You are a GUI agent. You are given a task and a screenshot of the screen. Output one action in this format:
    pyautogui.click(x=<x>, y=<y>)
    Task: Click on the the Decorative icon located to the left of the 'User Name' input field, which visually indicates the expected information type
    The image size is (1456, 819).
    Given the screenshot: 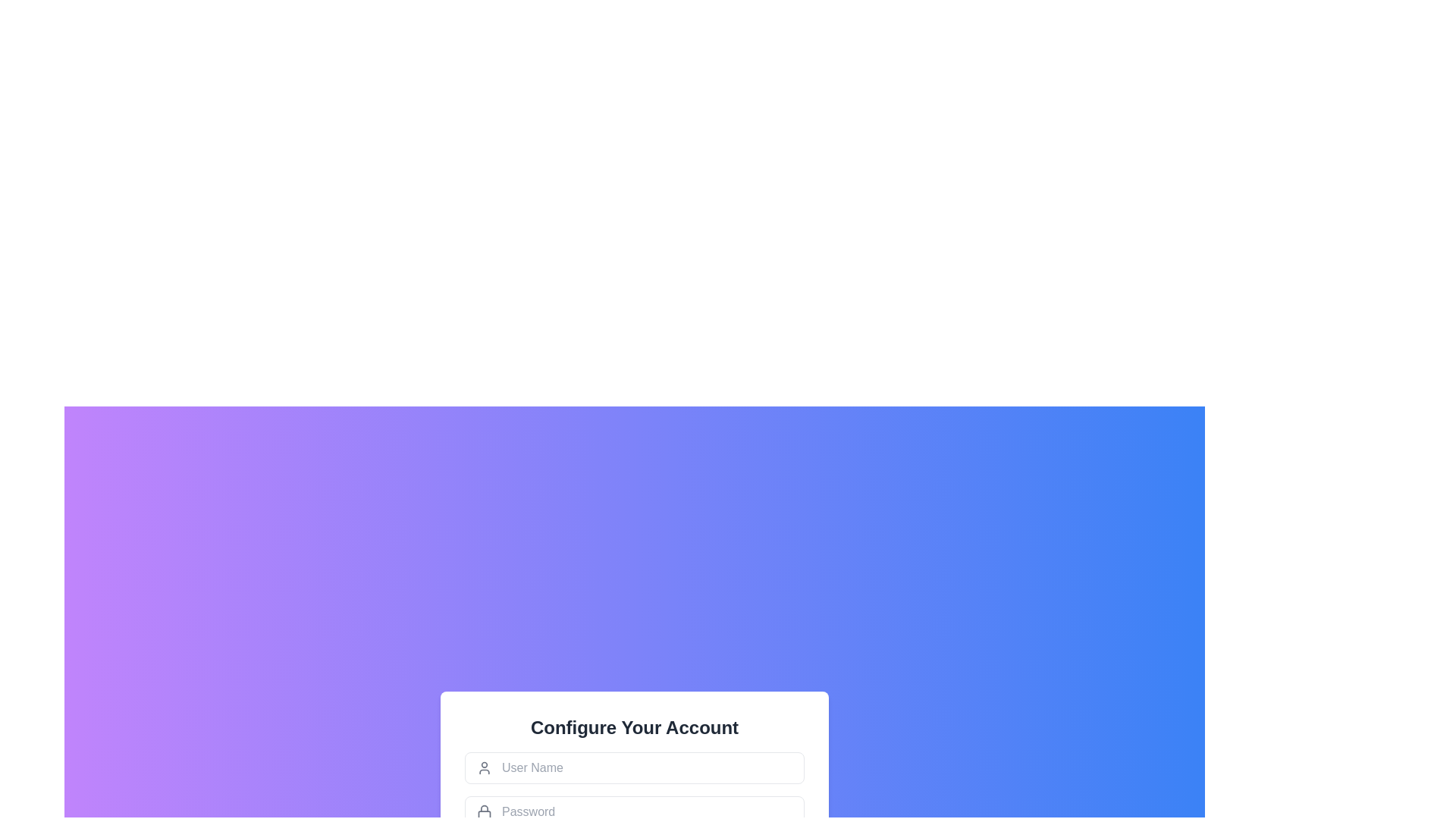 What is the action you would take?
    pyautogui.click(x=483, y=767)
    